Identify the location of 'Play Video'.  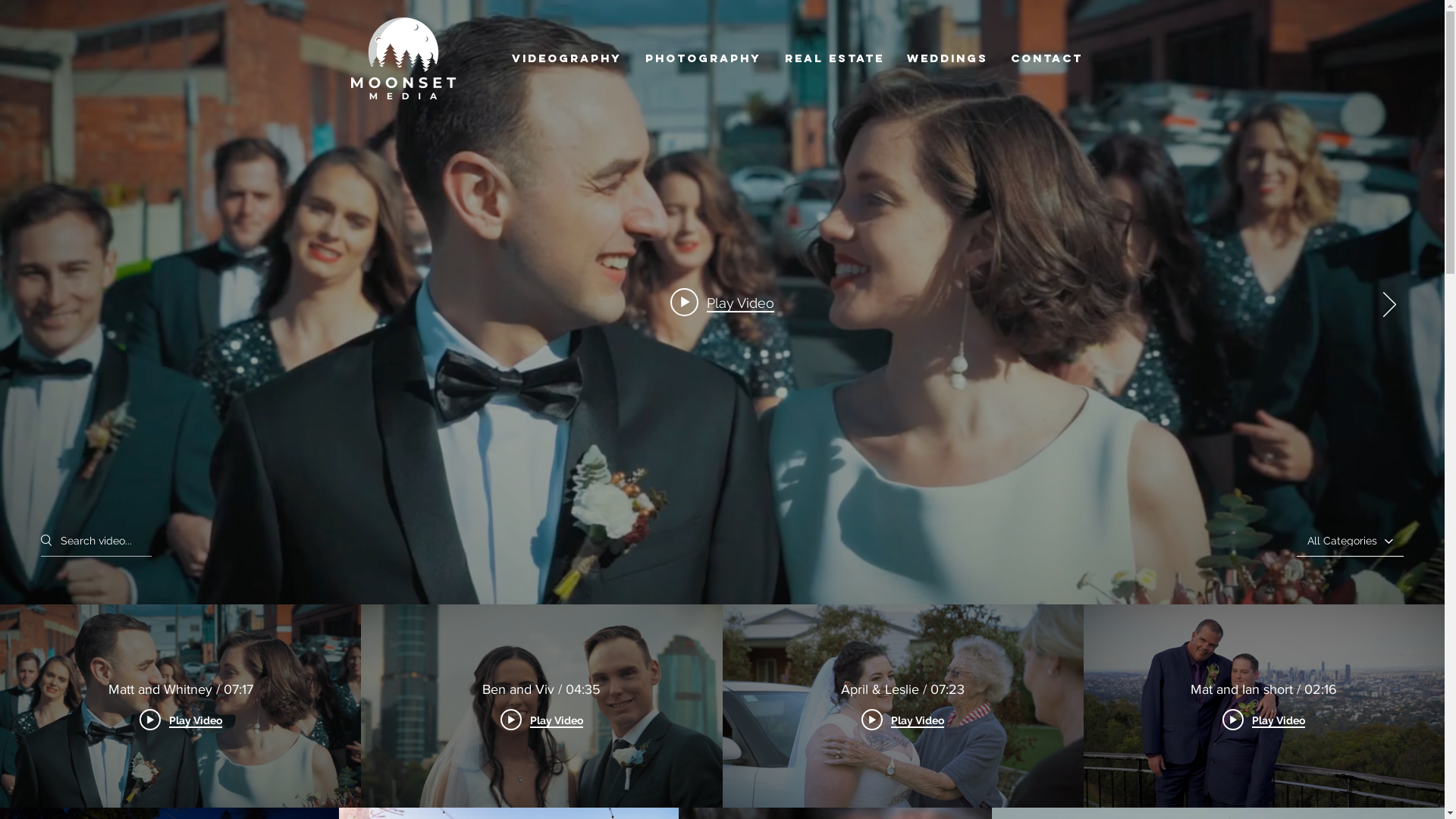
(902, 718).